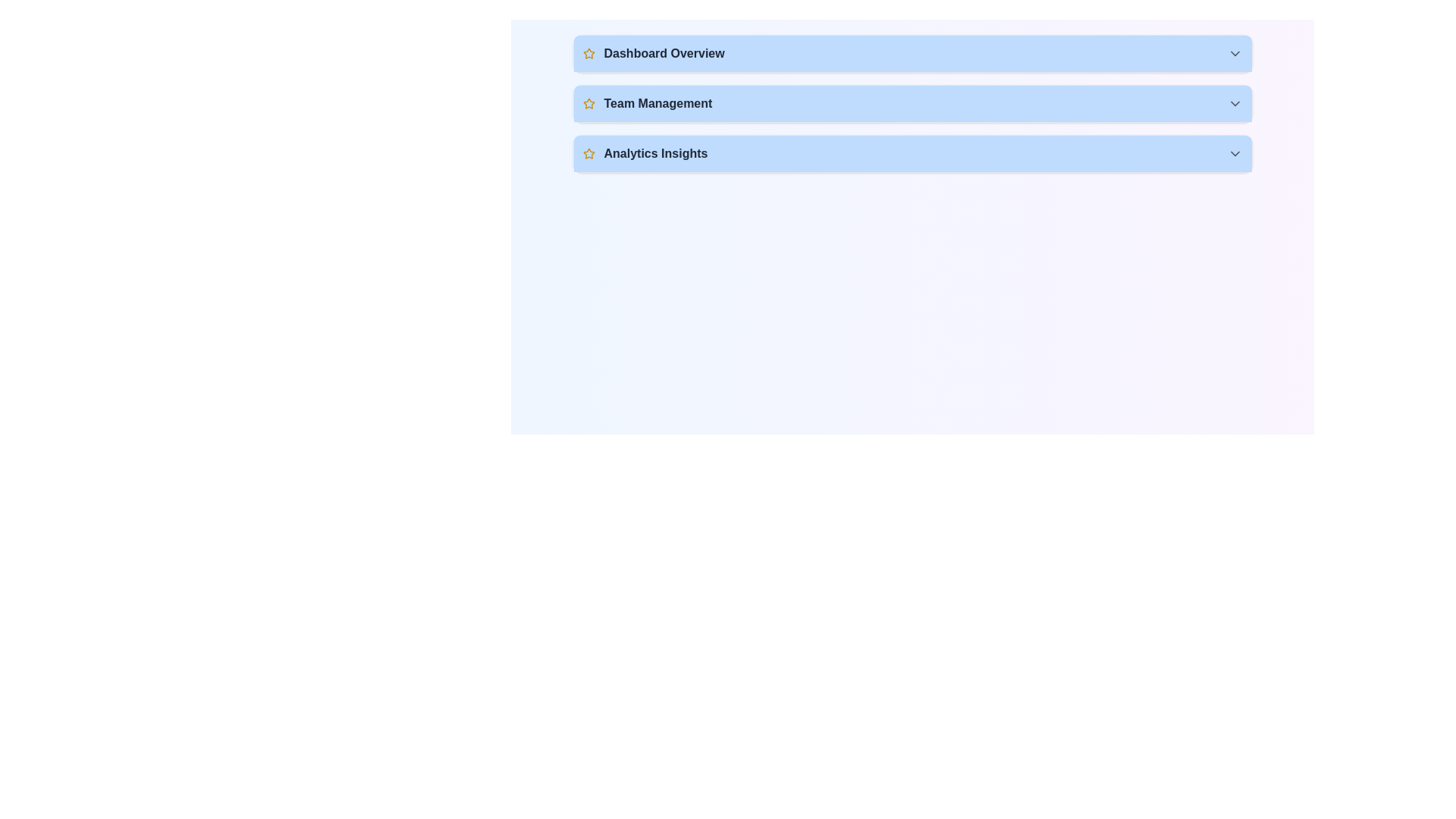 The image size is (1456, 819). What do you see at coordinates (588, 102) in the screenshot?
I see `the yellow star icon located at the top section of the layout` at bounding box center [588, 102].